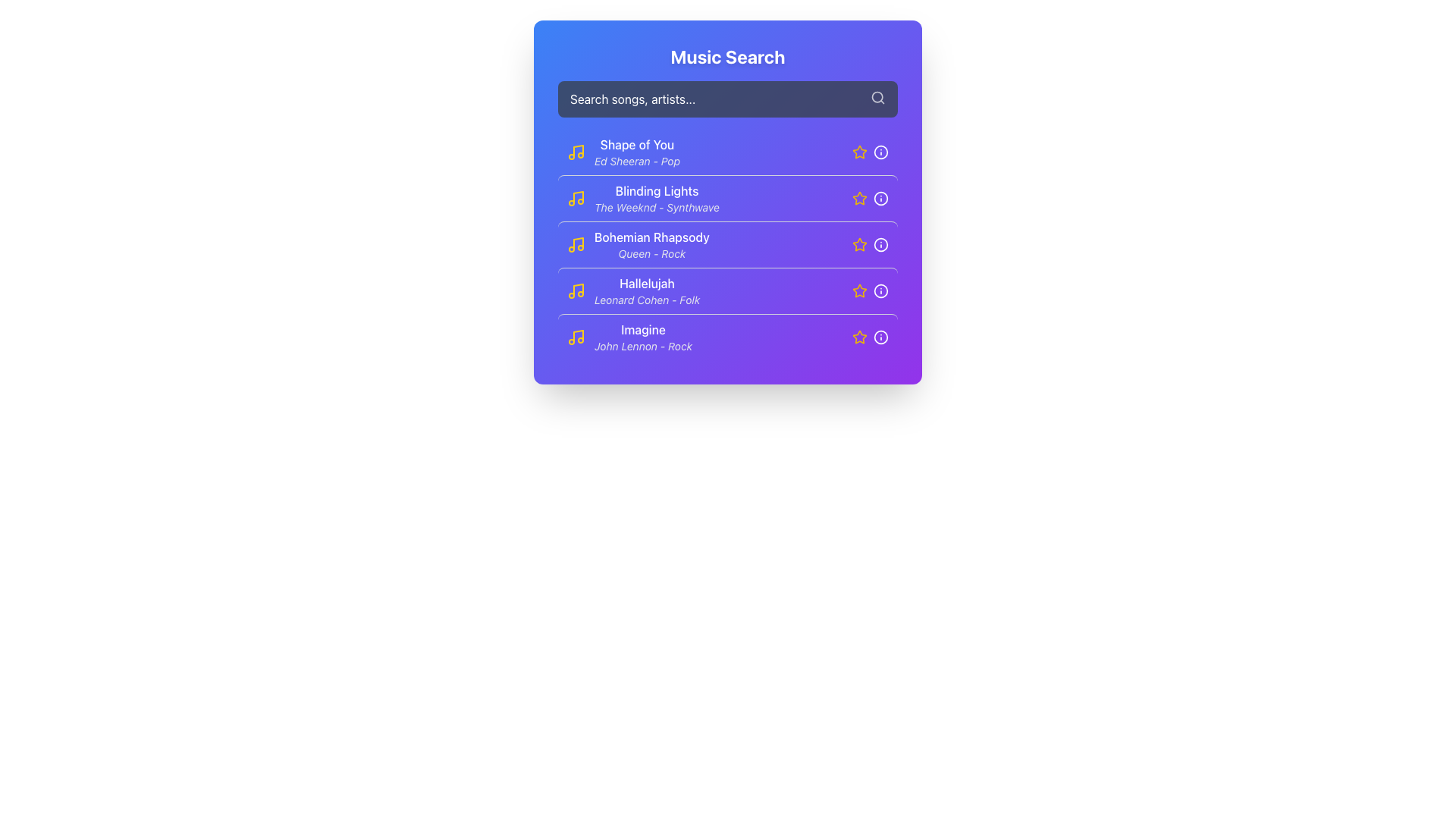  What do you see at coordinates (858, 152) in the screenshot?
I see `the star-shaped icon with a yellow outline located to the right of the 'Shape of You' song entry to mark it as a favorite` at bounding box center [858, 152].